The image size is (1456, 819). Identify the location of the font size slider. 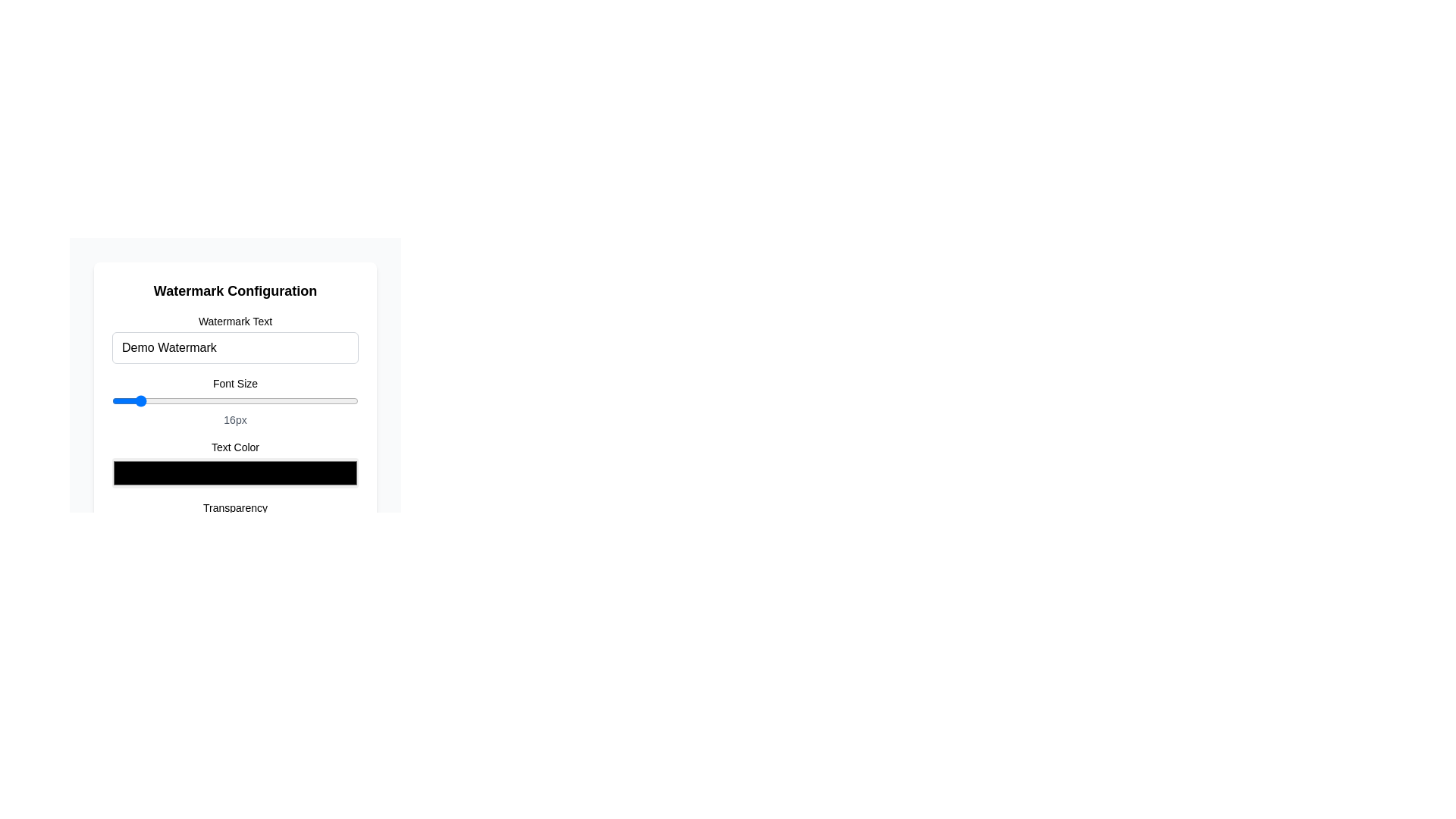
(210, 400).